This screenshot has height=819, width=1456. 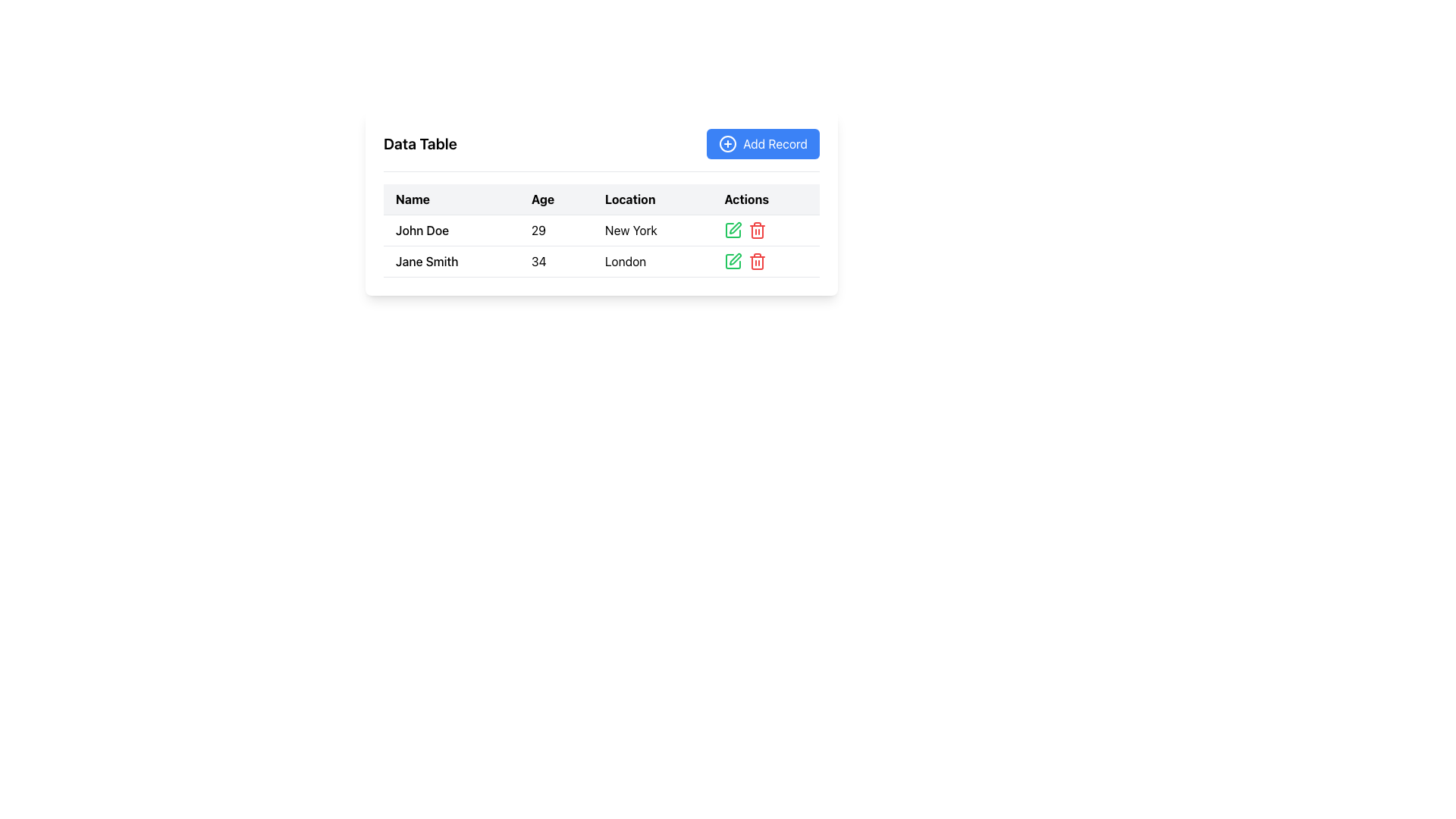 I want to click on the edit button for 'Jane Smith' located in the 'Actions' column of the second row in the data table for keyboard navigation, so click(x=733, y=260).